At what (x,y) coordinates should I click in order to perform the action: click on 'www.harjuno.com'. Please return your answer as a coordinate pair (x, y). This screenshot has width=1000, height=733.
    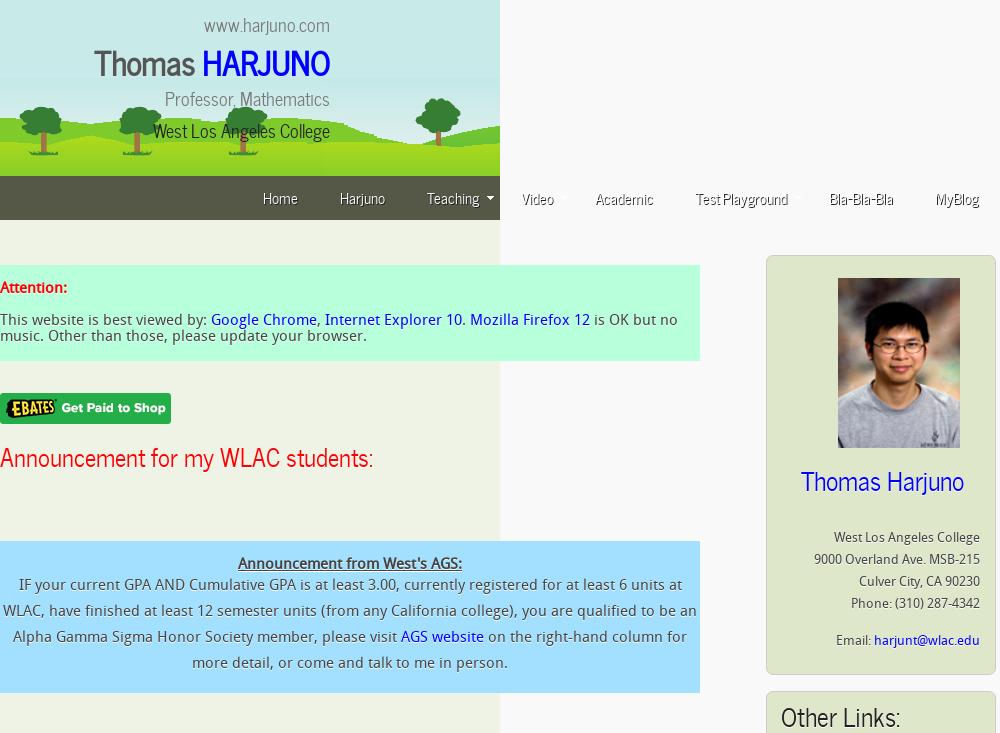
    Looking at the image, I should click on (267, 22).